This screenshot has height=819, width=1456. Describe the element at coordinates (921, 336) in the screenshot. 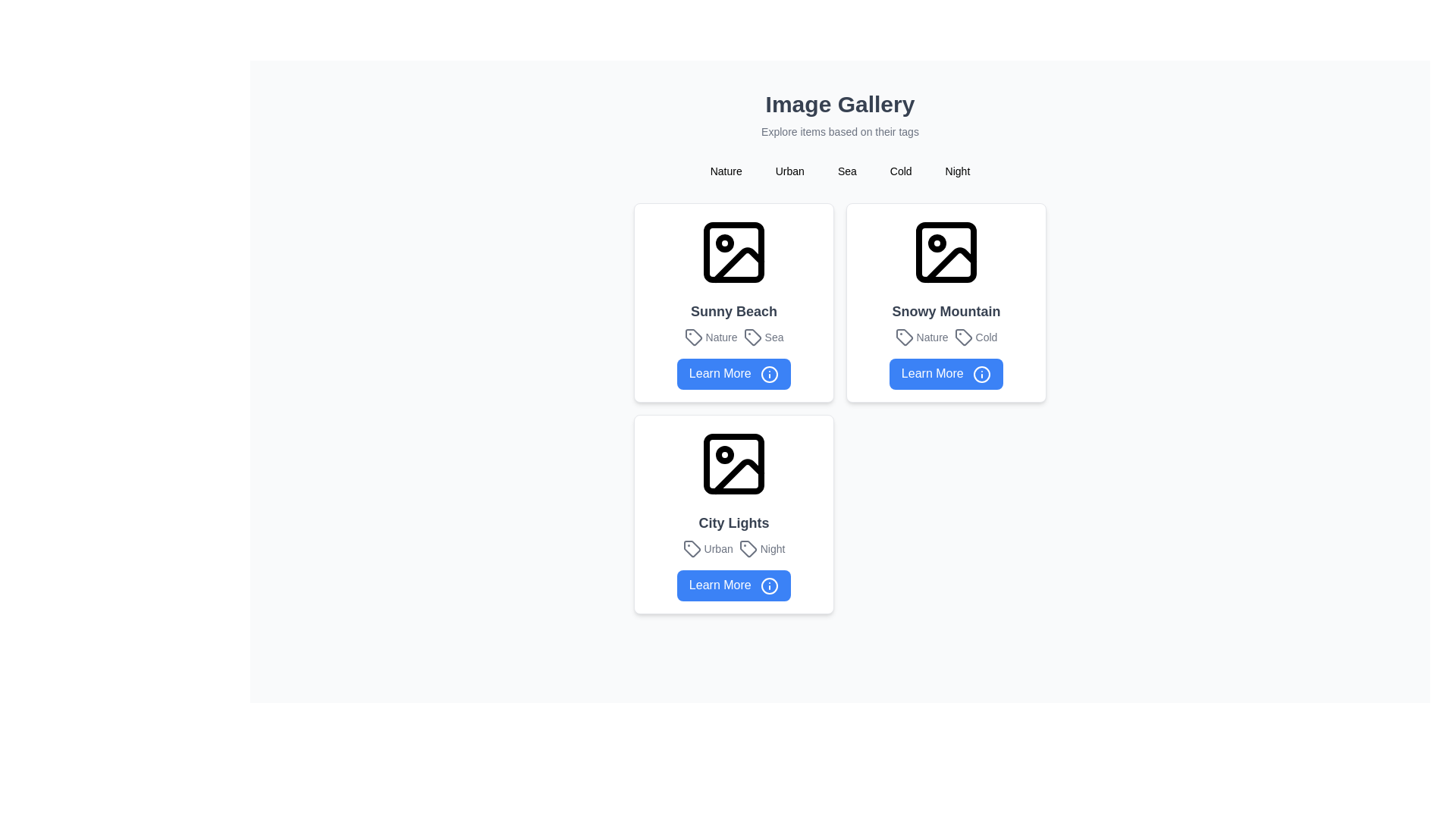

I see `the 'Nature' label, which is a tag descriptor in gray color with an adjacent tag icon, located inside the 'Snowy Mountain' card in the 'Image Gallery' layout` at that location.